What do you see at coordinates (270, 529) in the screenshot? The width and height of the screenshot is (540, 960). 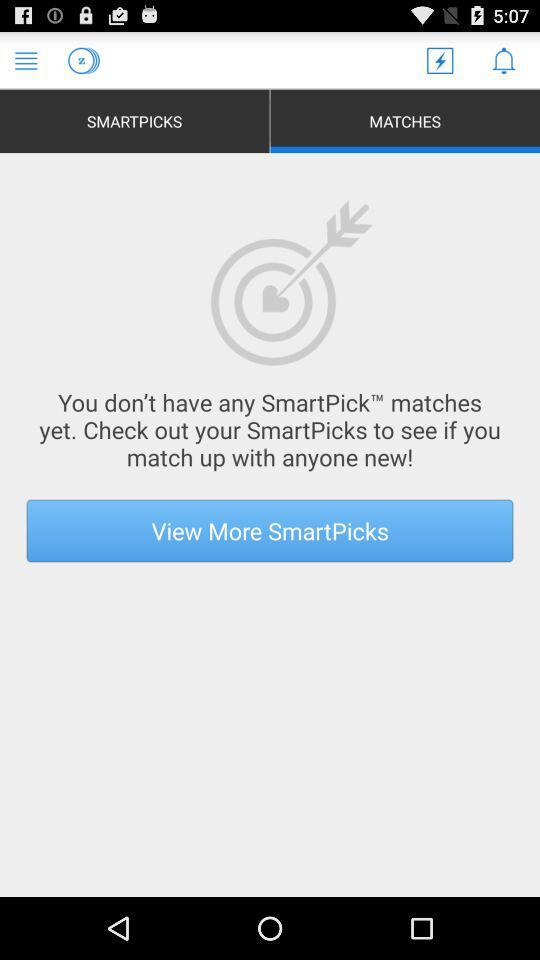 I see `icon below the you don t` at bounding box center [270, 529].